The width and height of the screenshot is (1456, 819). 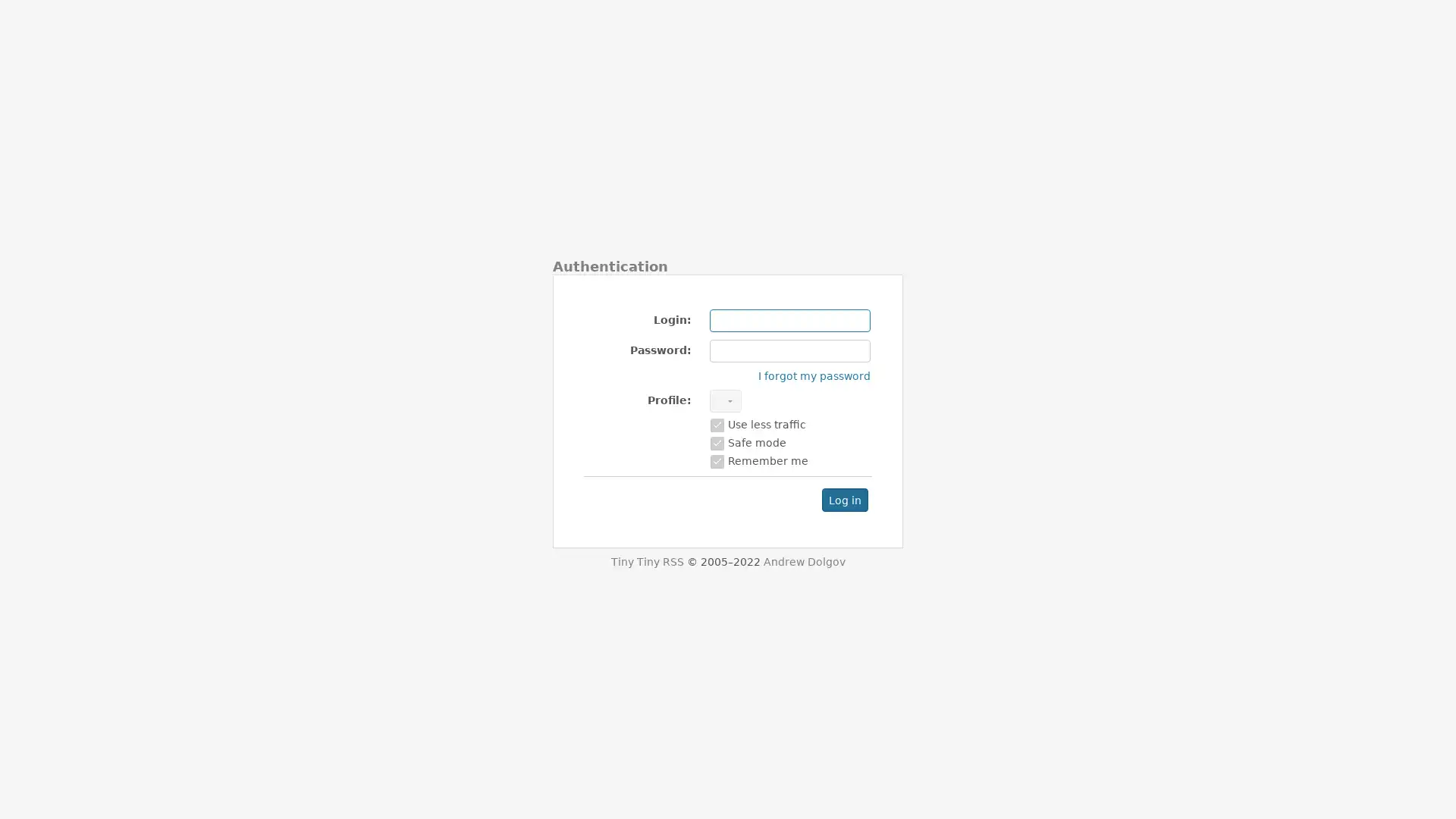 I want to click on Log in, so click(x=844, y=499).